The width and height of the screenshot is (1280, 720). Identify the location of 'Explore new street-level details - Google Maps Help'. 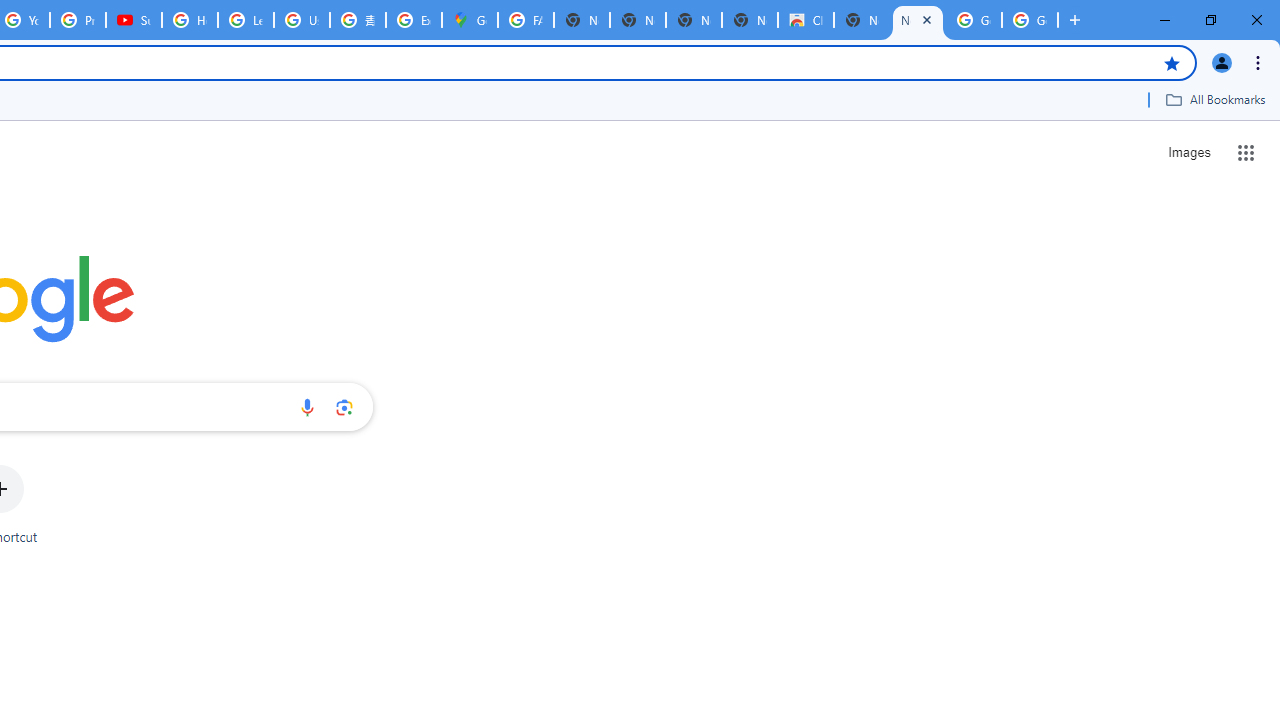
(413, 20).